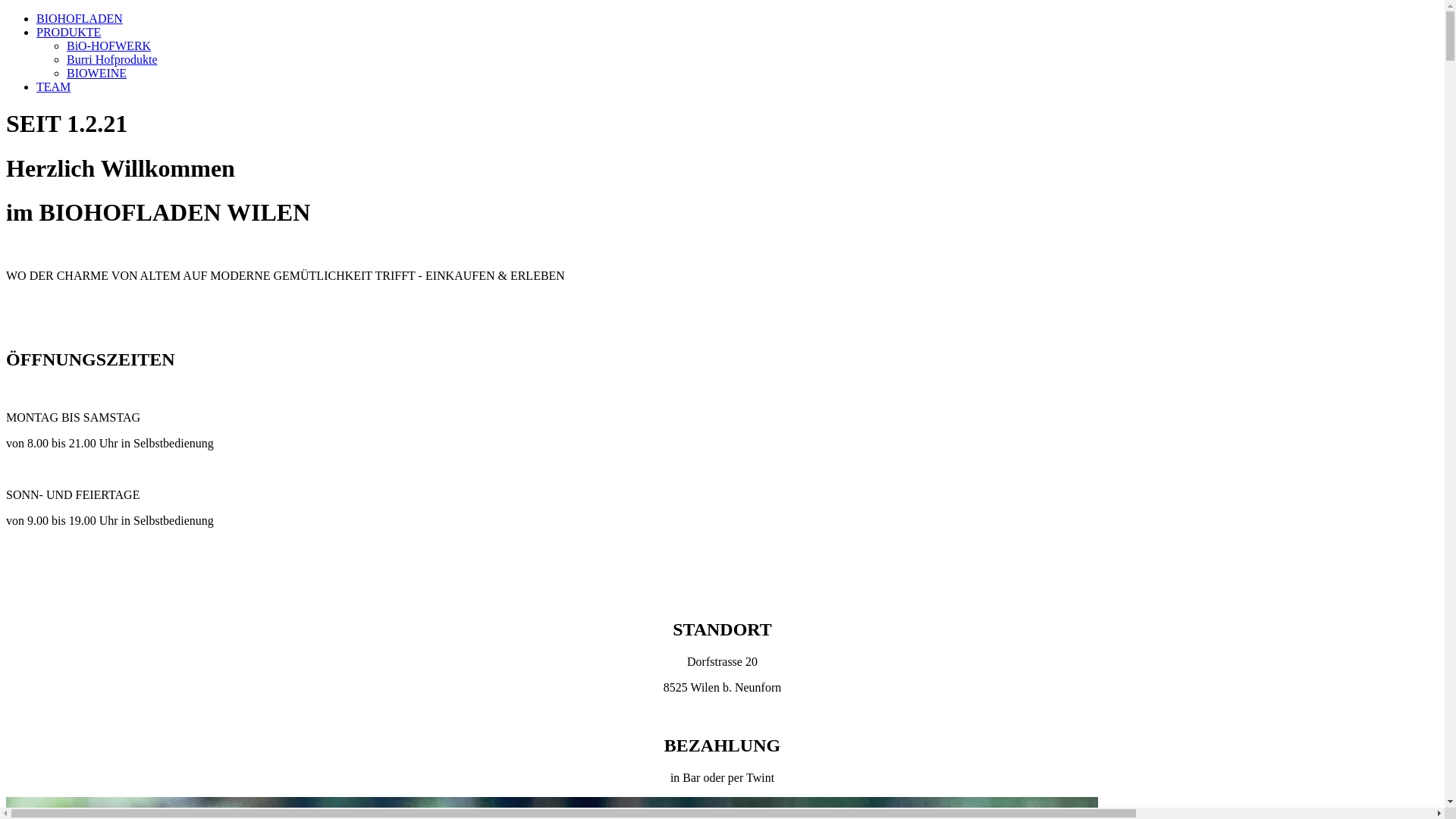 The height and width of the screenshot is (819, 1456). What do you see at coordinates (79, 18) in the screenshot?
I see `'BIOHOFLADEN'` at bounding box center [79, 18].